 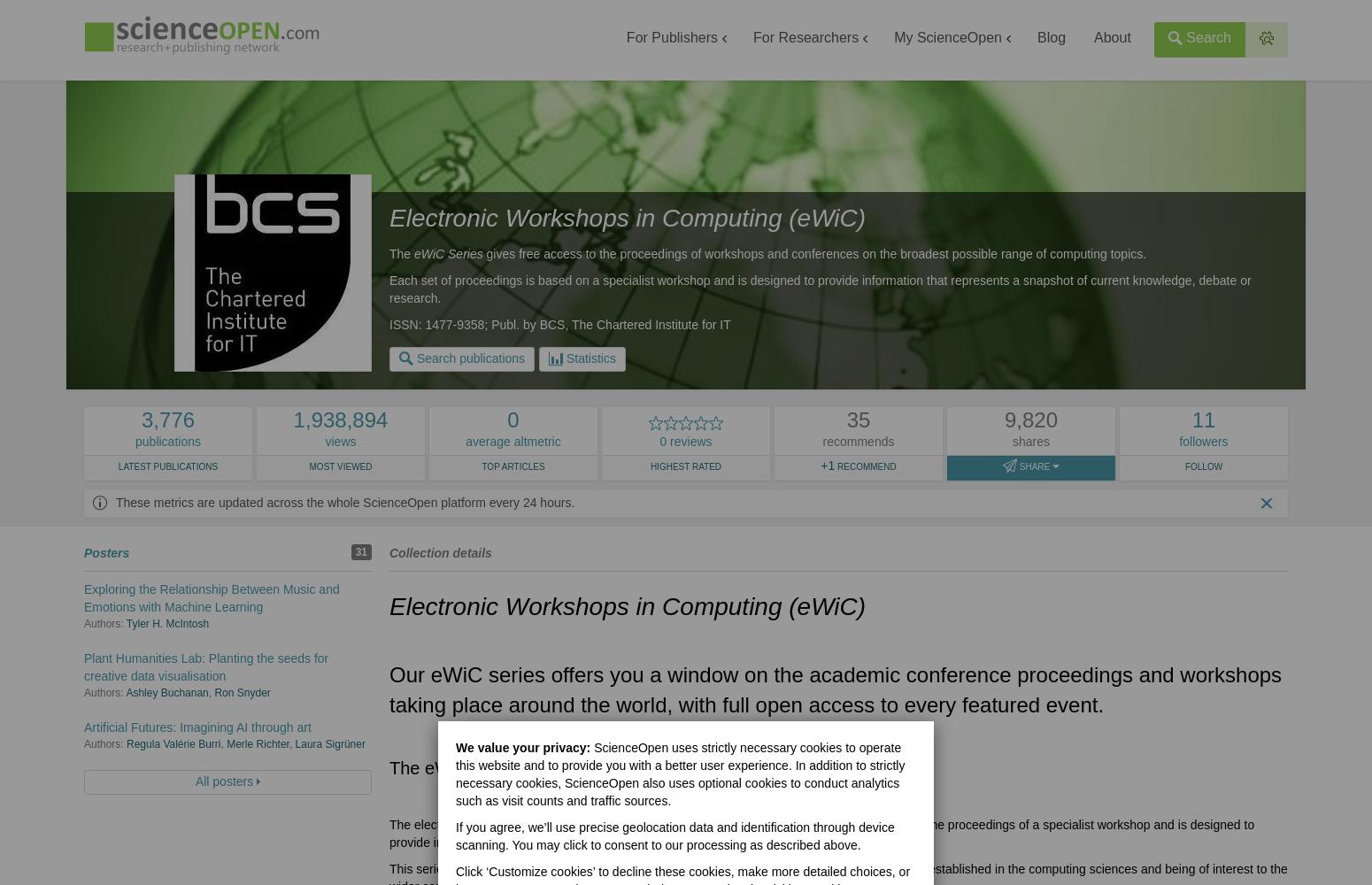 What do you see at coordinates (257, 743) in the screenshot?
I see `'Merle Richter'` at bounding box center [257, 743].